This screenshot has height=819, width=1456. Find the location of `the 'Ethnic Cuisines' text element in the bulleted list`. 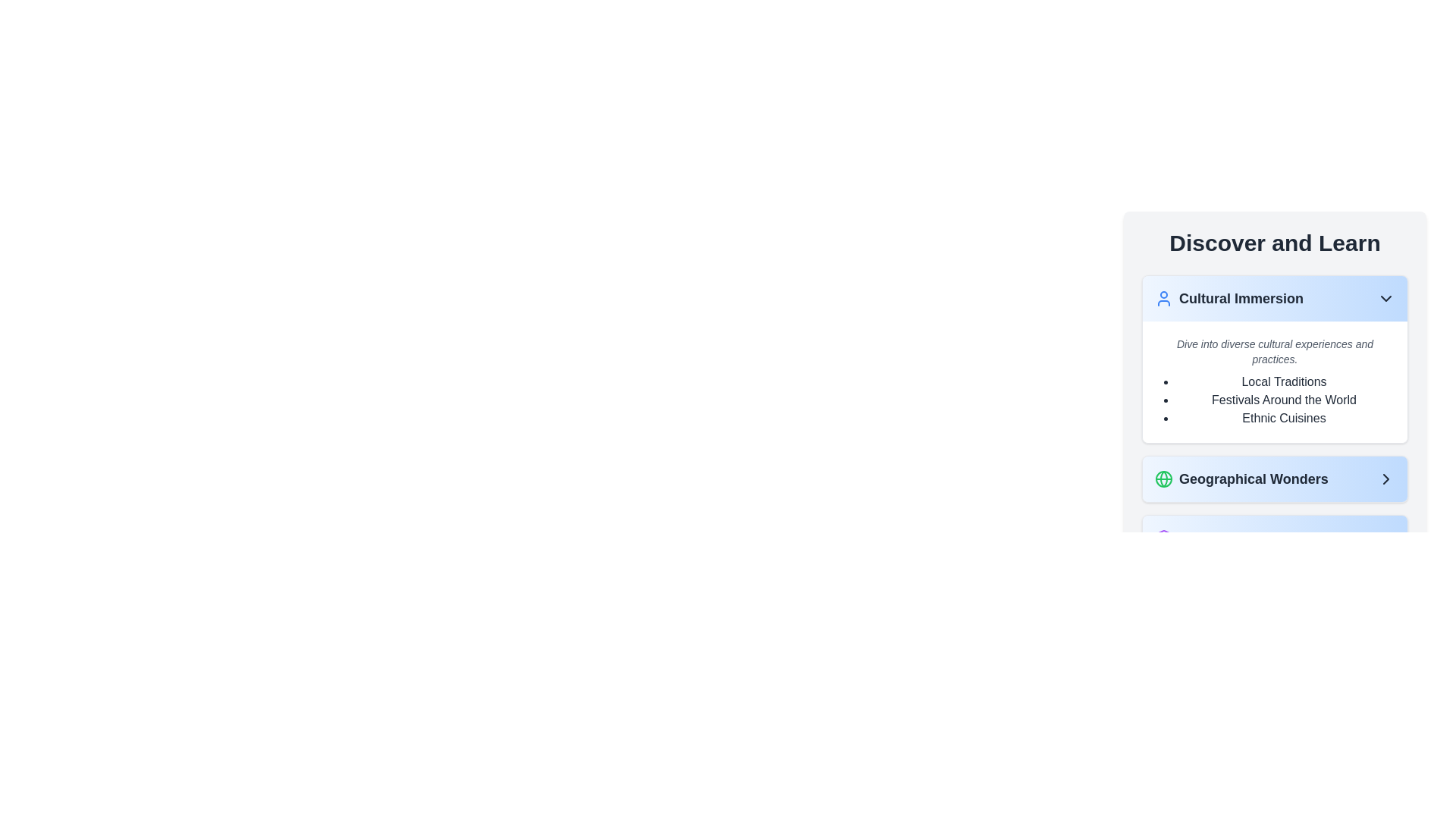

the 'Ethnic Cuisines' text element in the bulleted list is located at coordinates (1283, 418).